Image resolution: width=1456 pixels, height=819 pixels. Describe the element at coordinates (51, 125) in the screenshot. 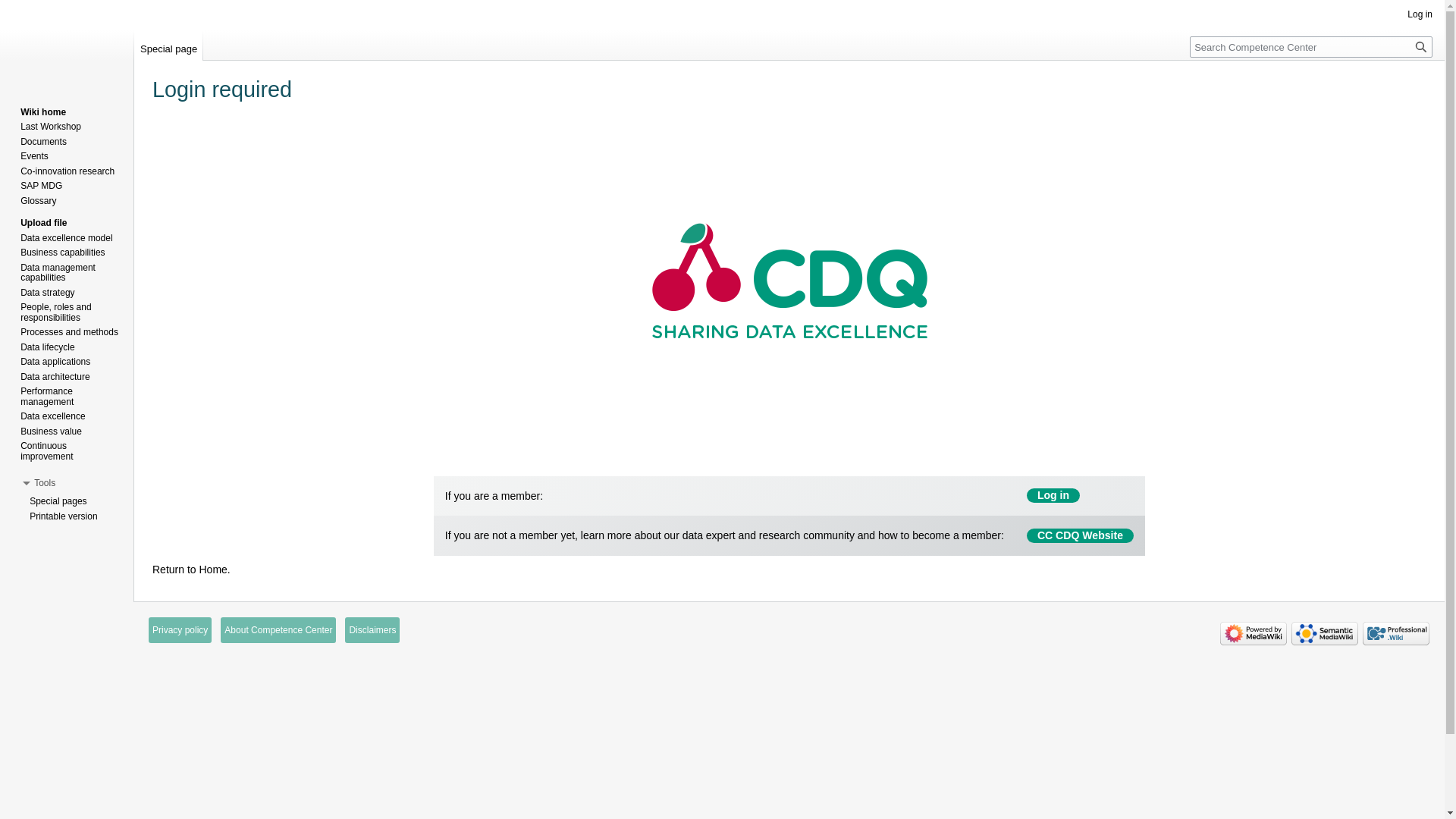

I see `'Last Workshop'` at that location.